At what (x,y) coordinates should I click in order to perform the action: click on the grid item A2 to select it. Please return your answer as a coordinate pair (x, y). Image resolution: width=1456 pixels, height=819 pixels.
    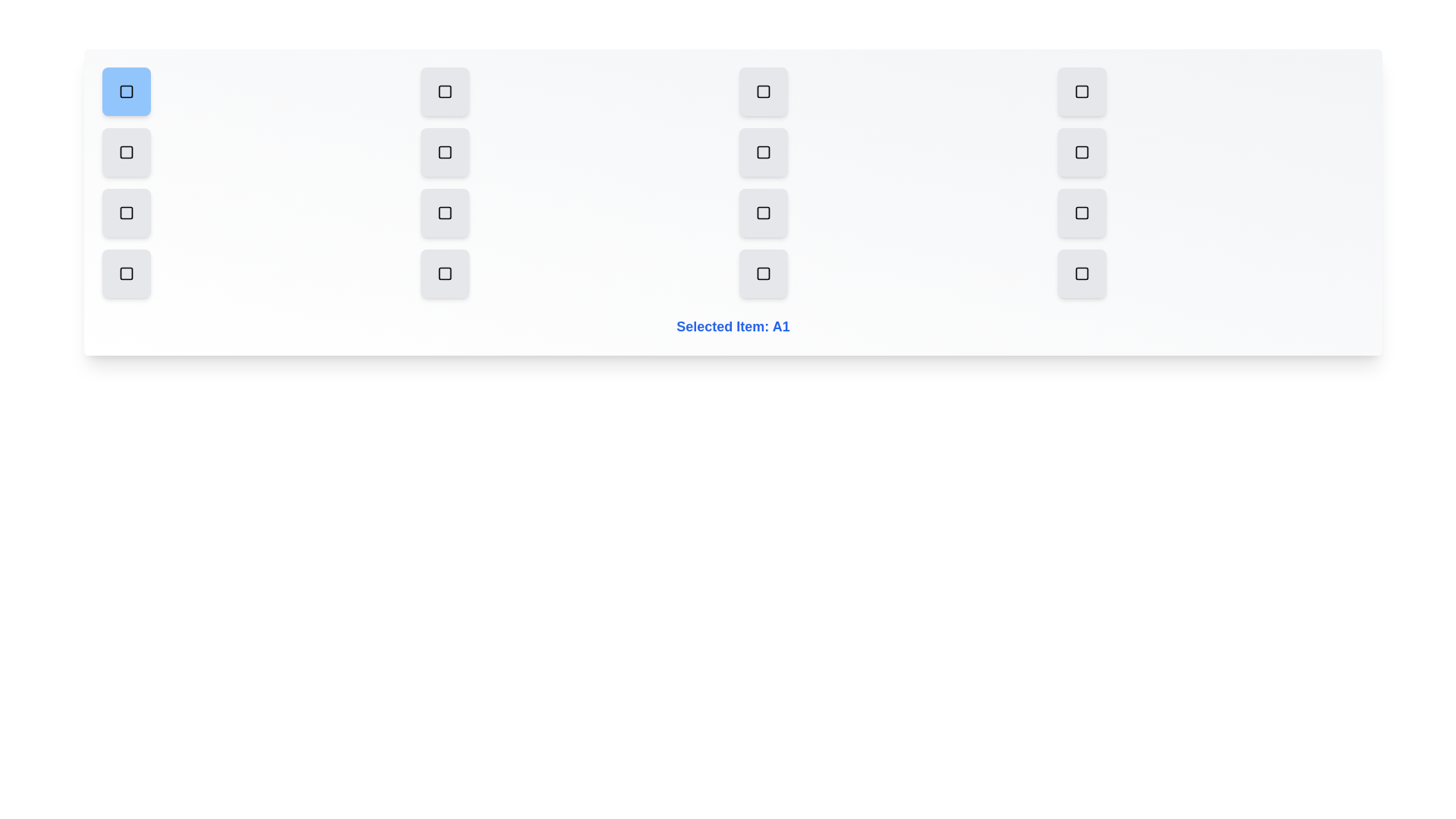
    Looking at the image, I should click on (444, 91).